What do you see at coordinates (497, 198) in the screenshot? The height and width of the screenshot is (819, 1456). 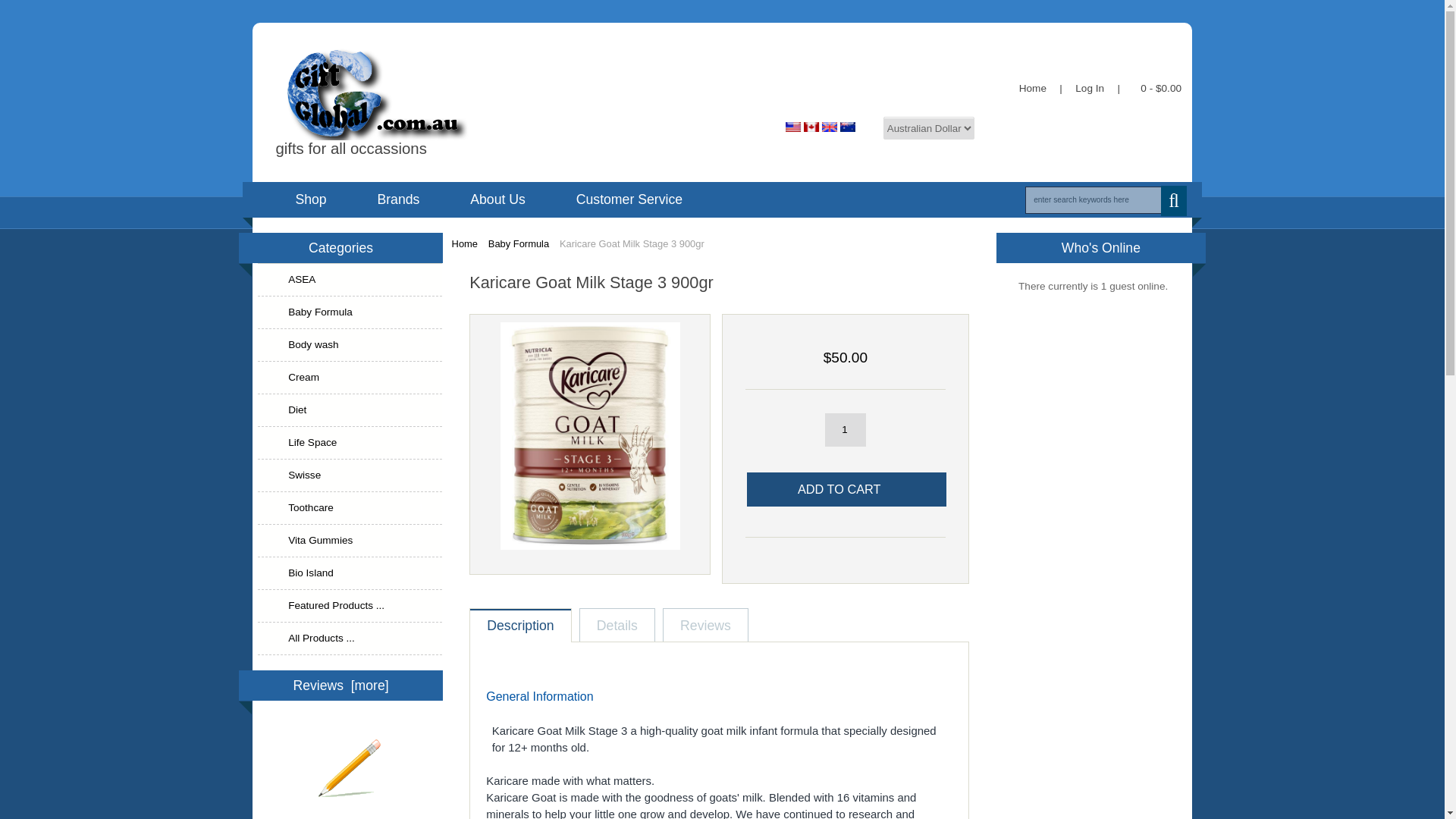 I see `'About Us'` at bounding box center [497, 198].